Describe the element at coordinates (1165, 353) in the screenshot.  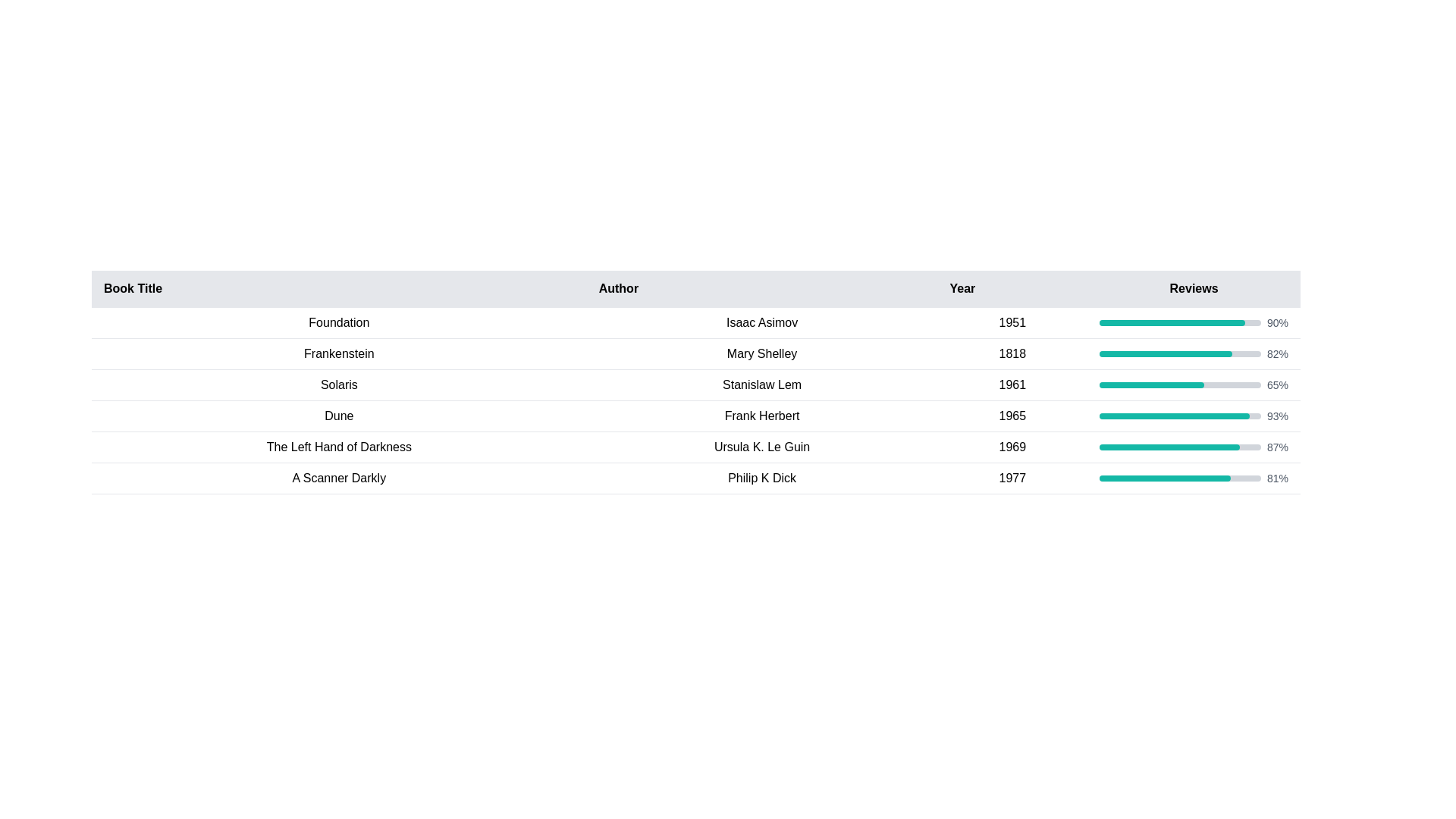
I see `the teal-colored progress bar representing the review percentage for the book 'Frankenstein' to potentially trigger an action` at that location.